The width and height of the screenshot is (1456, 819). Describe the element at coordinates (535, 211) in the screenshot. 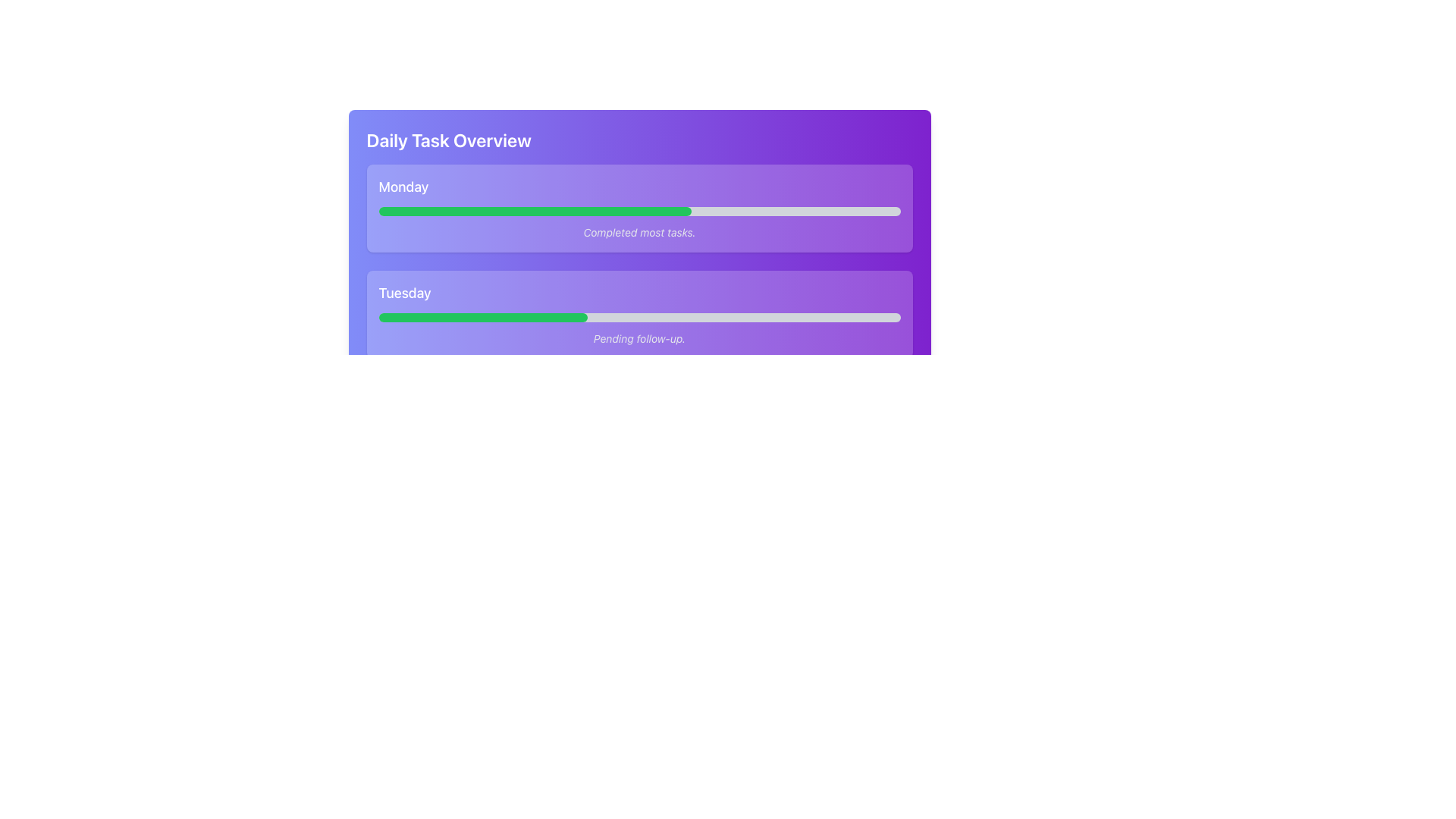

I see `the Progress Bar Segment labeled 'Monday' which currently displays 60% progress` at that location.